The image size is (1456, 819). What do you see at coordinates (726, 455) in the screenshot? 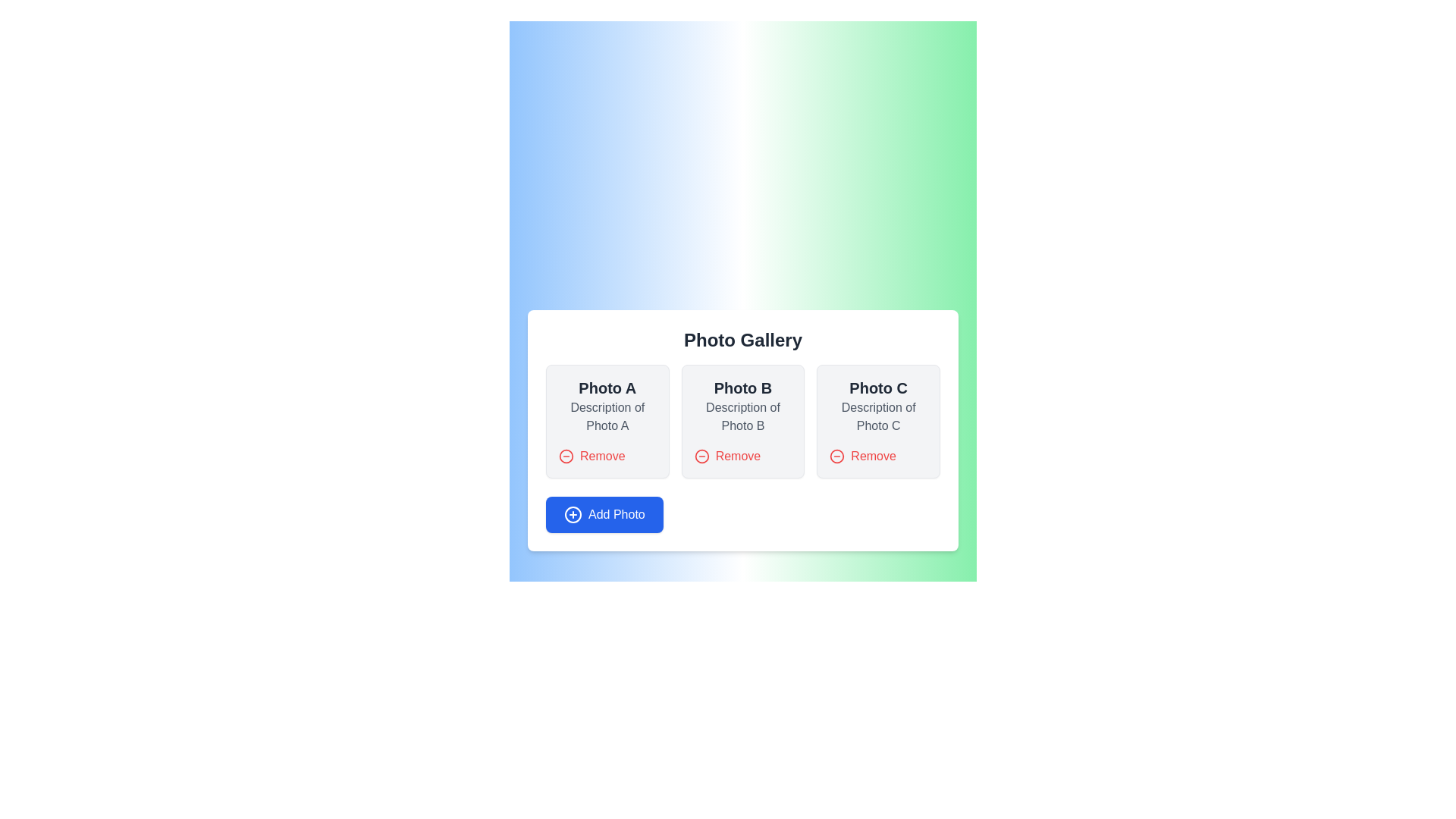
I see `the removal button associated with 'Photo B'` at bounding box center [726, 455].